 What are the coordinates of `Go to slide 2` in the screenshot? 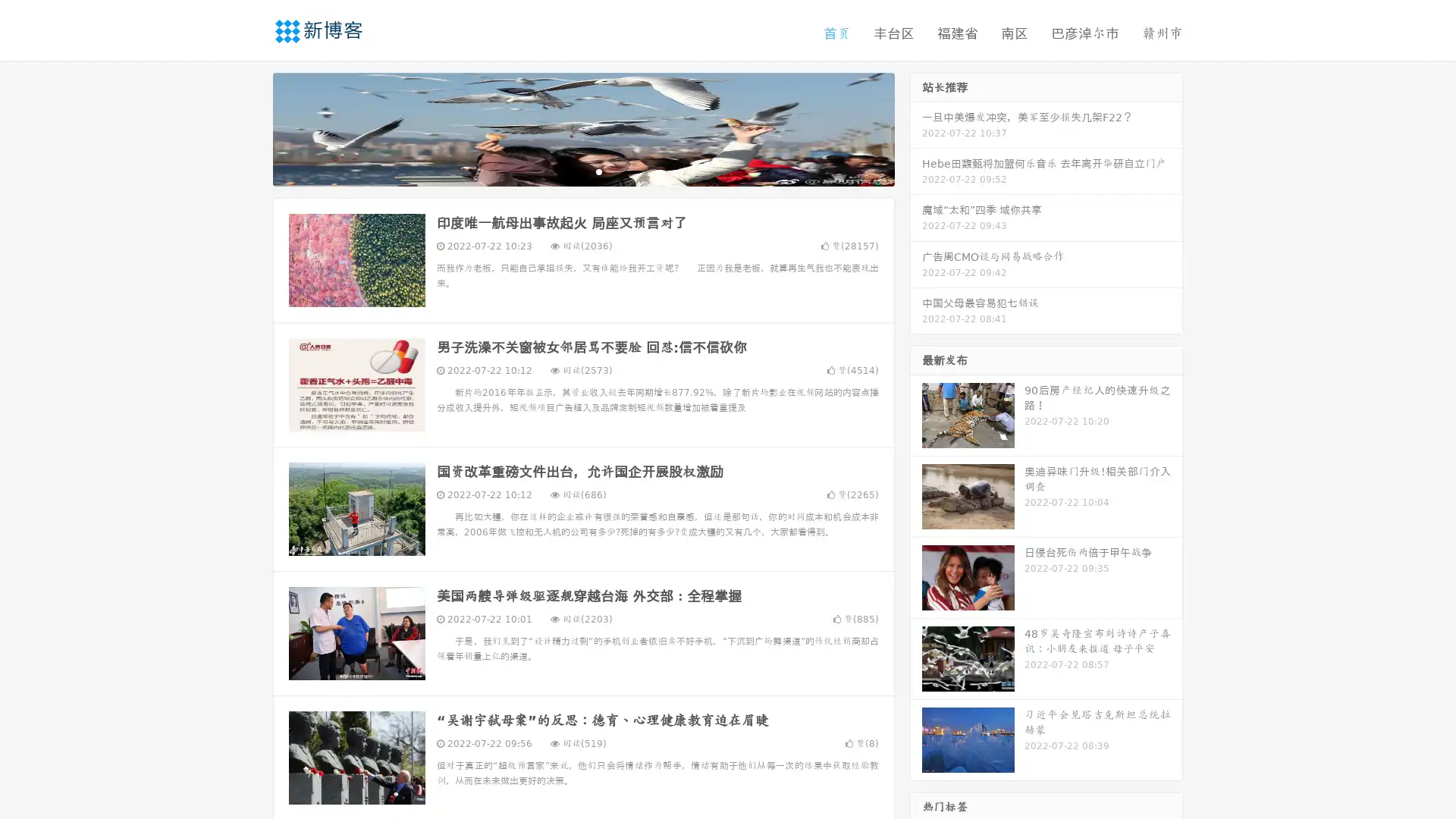 It's located at (582, 171).